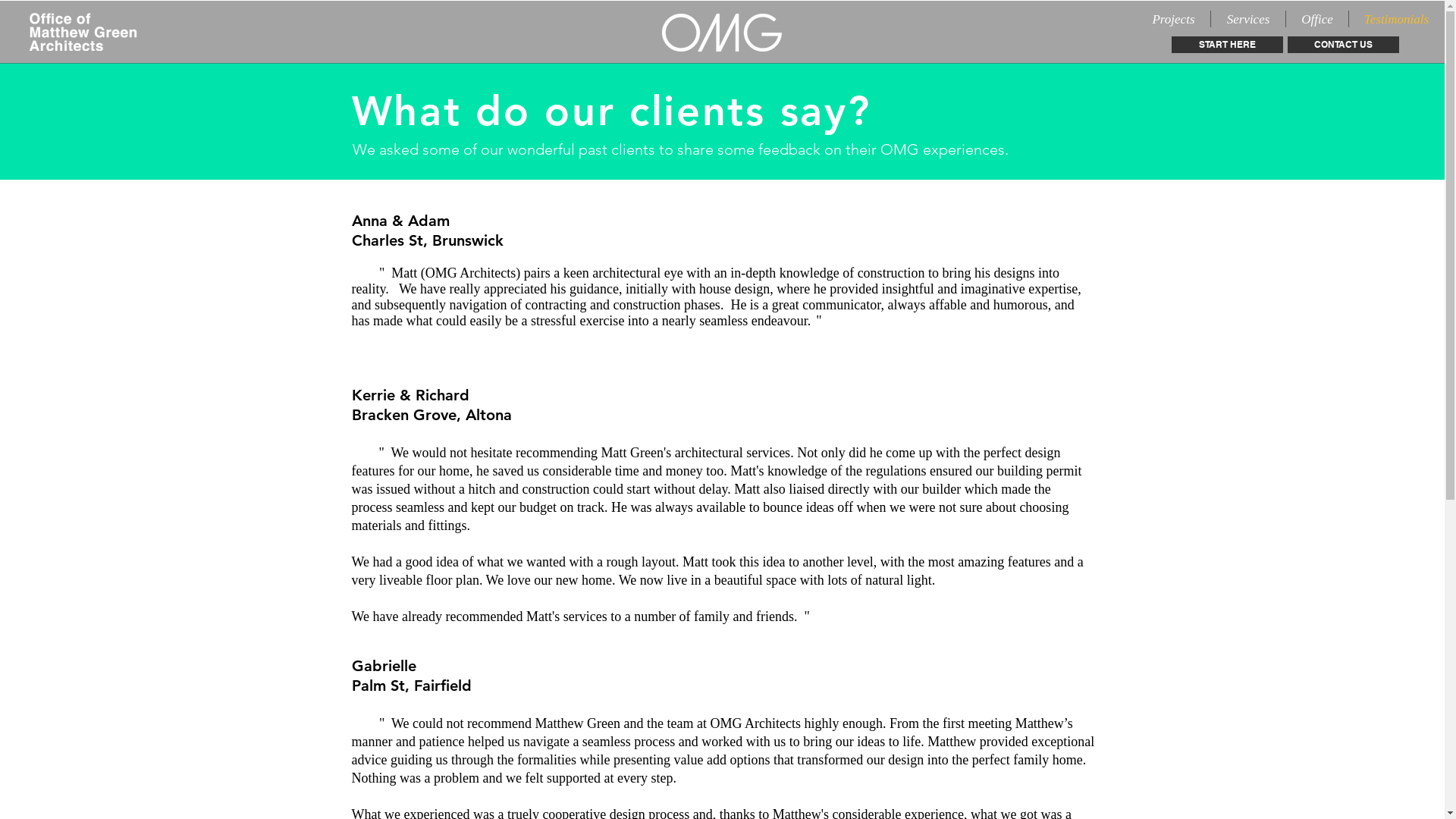 This screenshot has width=1456, height=819. Describe the element at coordinates (1395, 18) in the screenshot. I see `'Testimonials'` at that location.